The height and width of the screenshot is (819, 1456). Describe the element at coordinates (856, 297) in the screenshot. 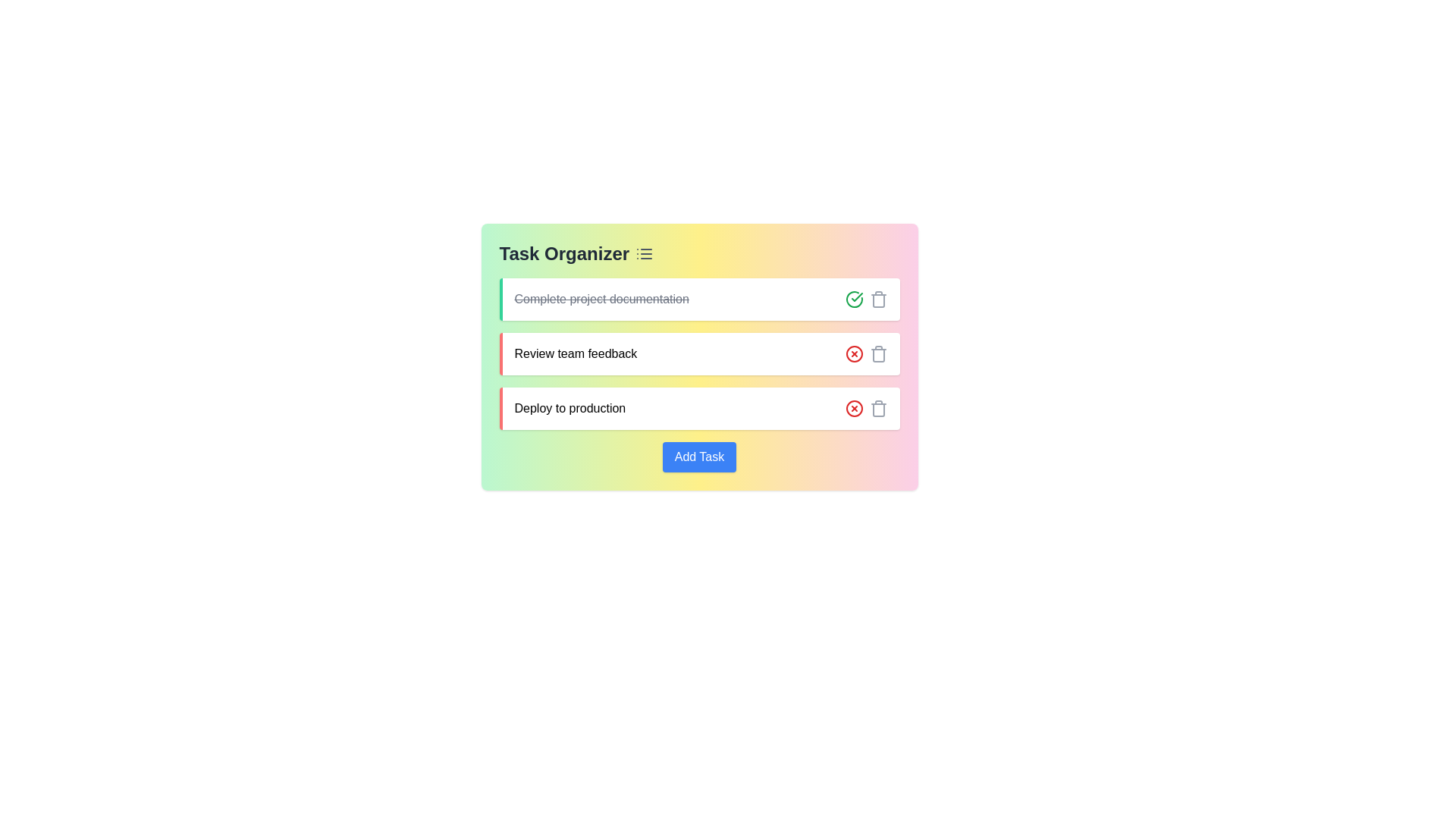

I see `the green checkmark icon enclosed within a circular outline, located at the right end of the first task row adjacent to the text 'Complete project documentation'` at that location.